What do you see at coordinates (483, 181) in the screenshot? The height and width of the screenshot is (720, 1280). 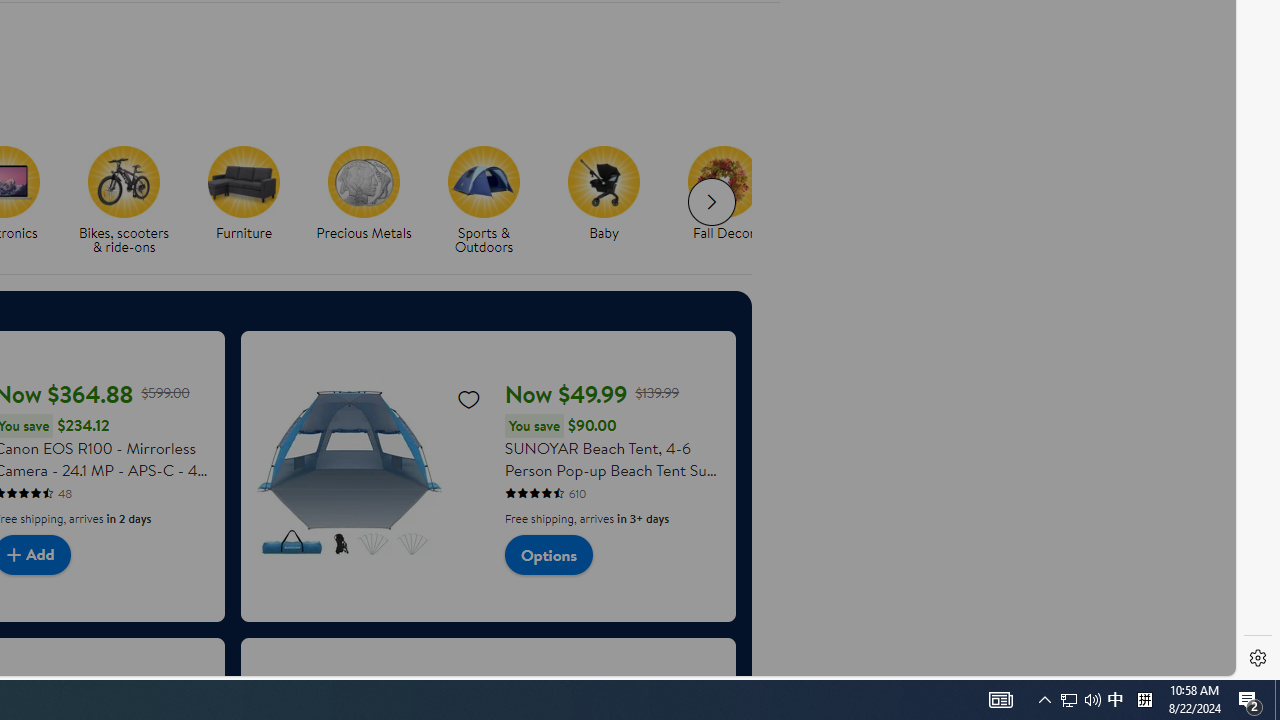 I see `'Sports & Outdoors'` at bounding box center [483, 181].